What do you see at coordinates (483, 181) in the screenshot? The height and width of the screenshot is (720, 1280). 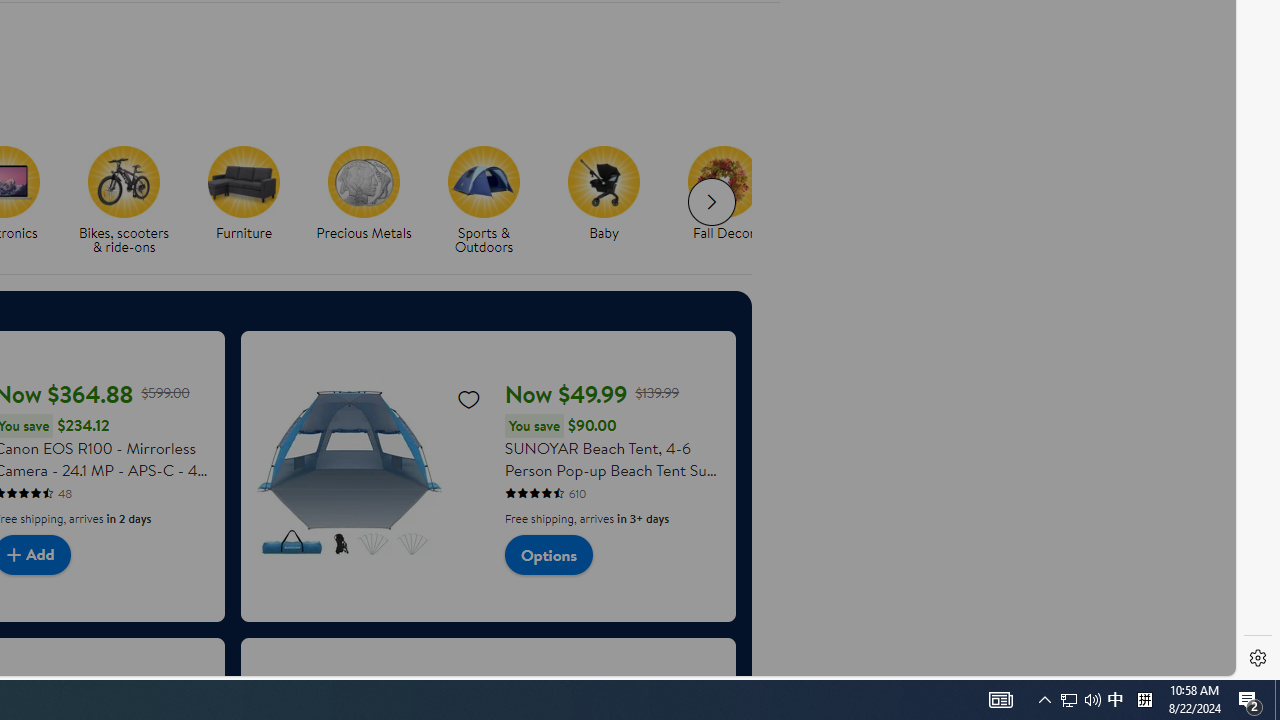 I see `'Sports & Outdoors'` at bounding box center [483, 181].